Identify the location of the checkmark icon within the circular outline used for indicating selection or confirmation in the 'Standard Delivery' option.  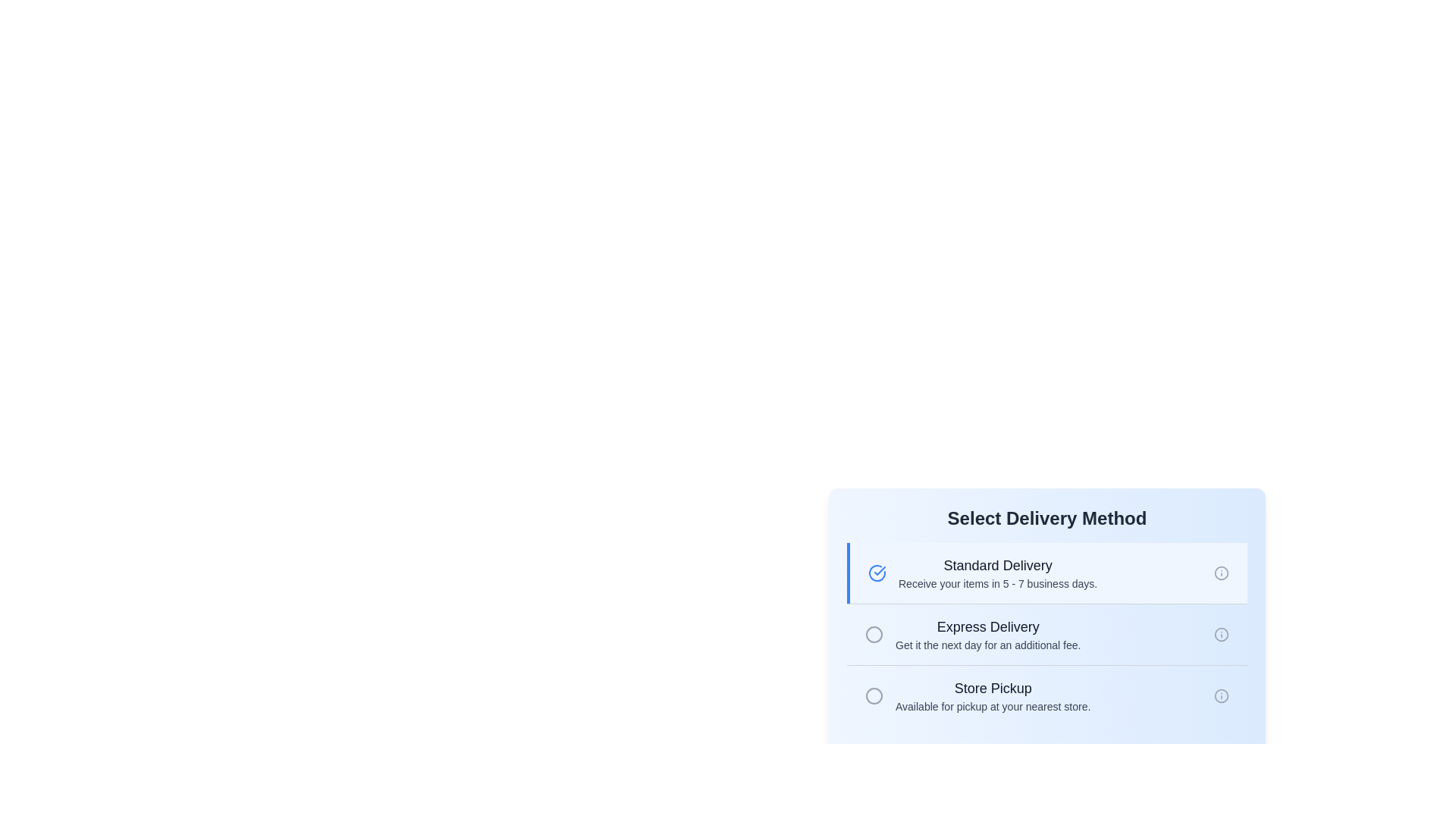
(880, 570).